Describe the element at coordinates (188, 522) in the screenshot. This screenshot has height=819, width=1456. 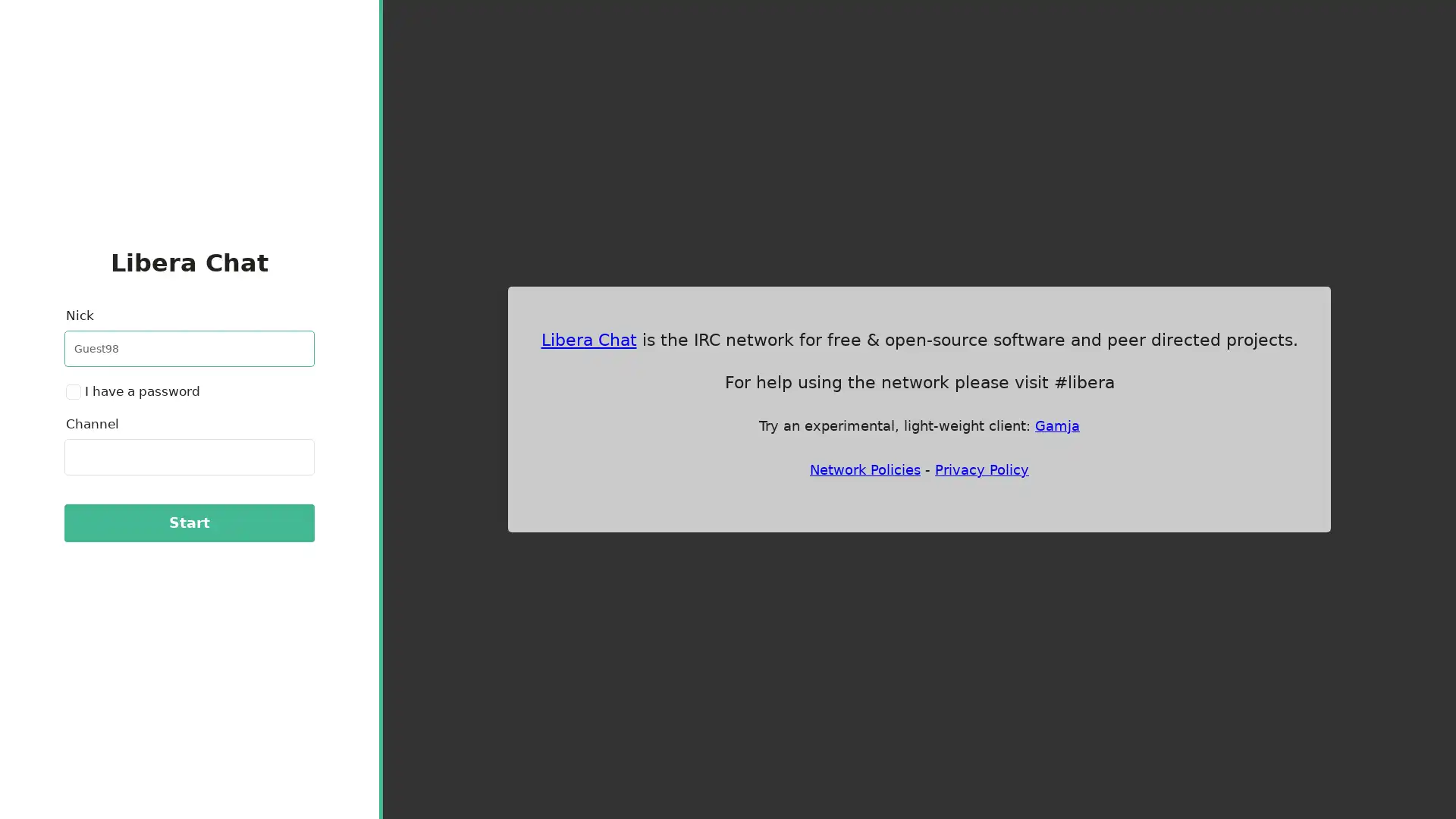
I see `Start` at that location.